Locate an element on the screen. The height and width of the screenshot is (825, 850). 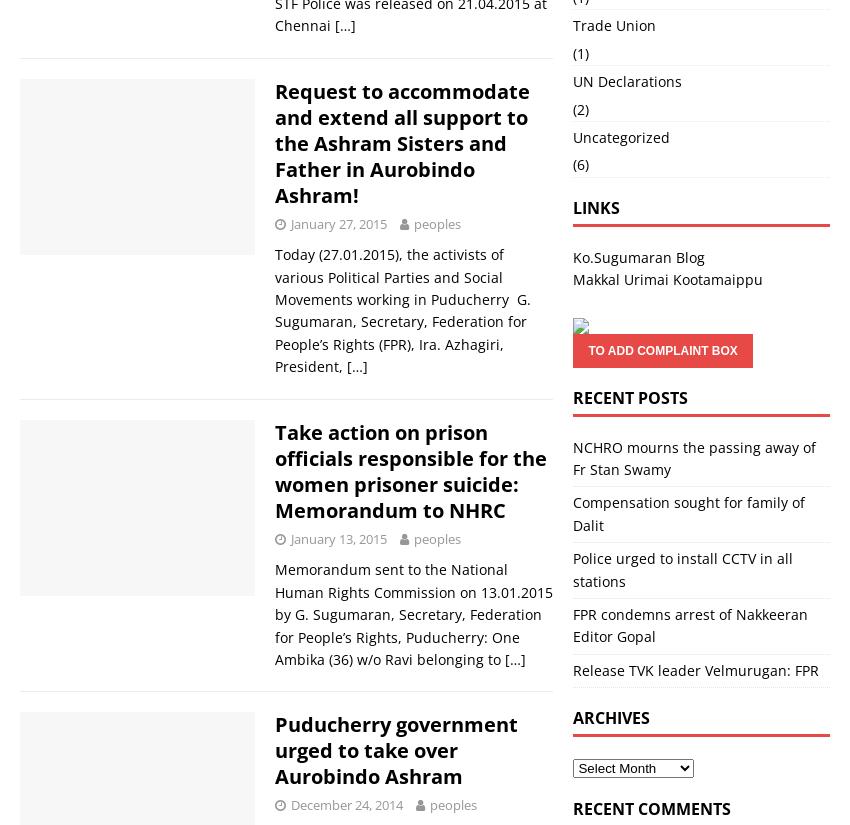
'(6)' is located at coordinates (580, 164).